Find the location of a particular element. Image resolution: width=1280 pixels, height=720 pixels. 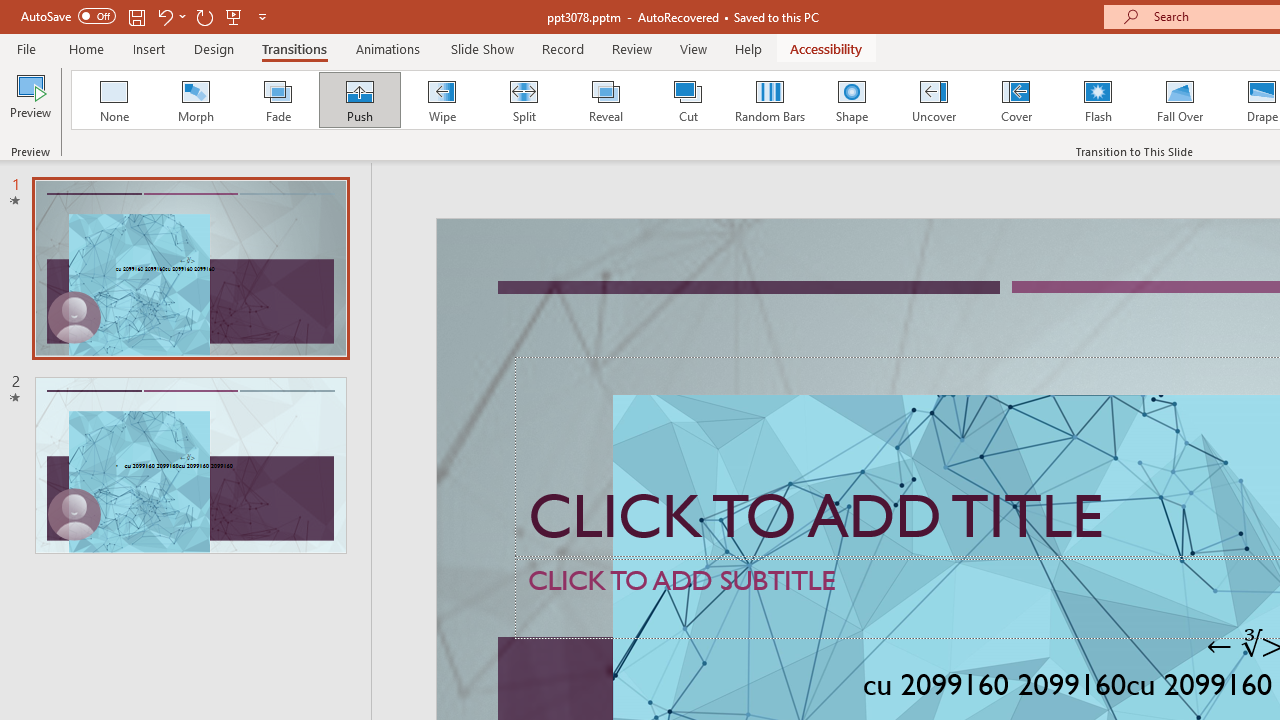

'Split' is located at coordinates (523, 100).